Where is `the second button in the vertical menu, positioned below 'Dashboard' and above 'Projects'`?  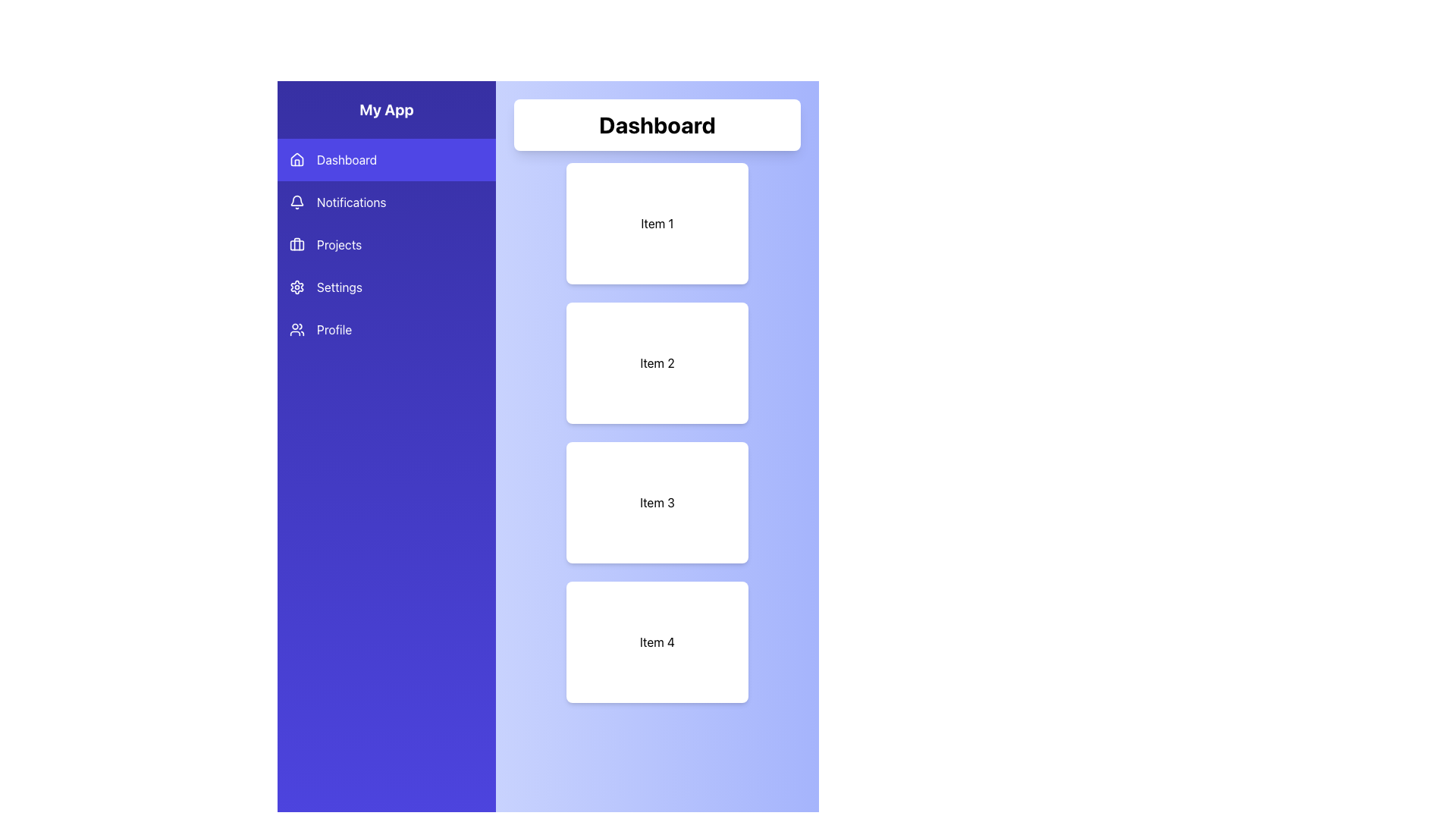 the second button in the vertical menu, positioned below 'Dashboard' and above 'Projects' is located at coordinates (386, 201).